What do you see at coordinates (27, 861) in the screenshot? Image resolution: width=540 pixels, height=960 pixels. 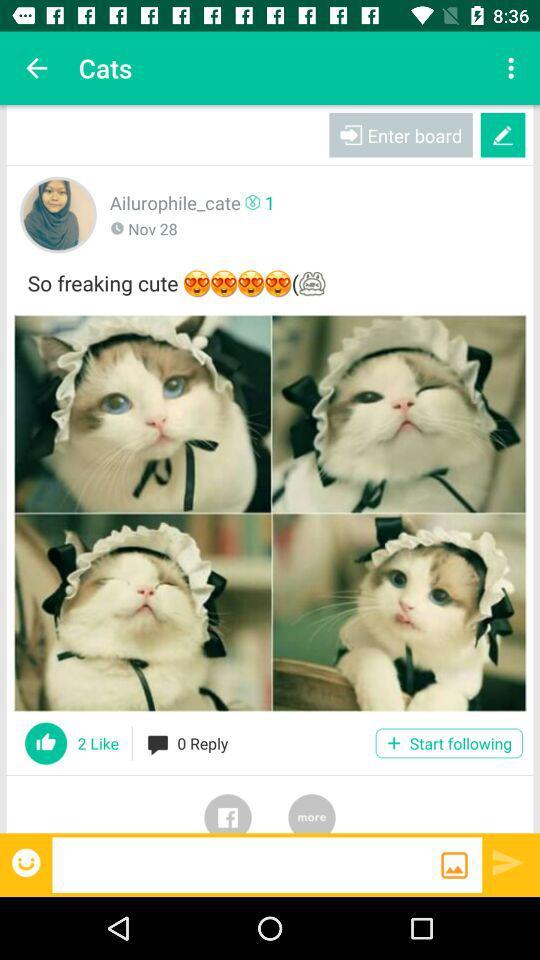 I see `emoji icon button` at bounding box center [27, 861].